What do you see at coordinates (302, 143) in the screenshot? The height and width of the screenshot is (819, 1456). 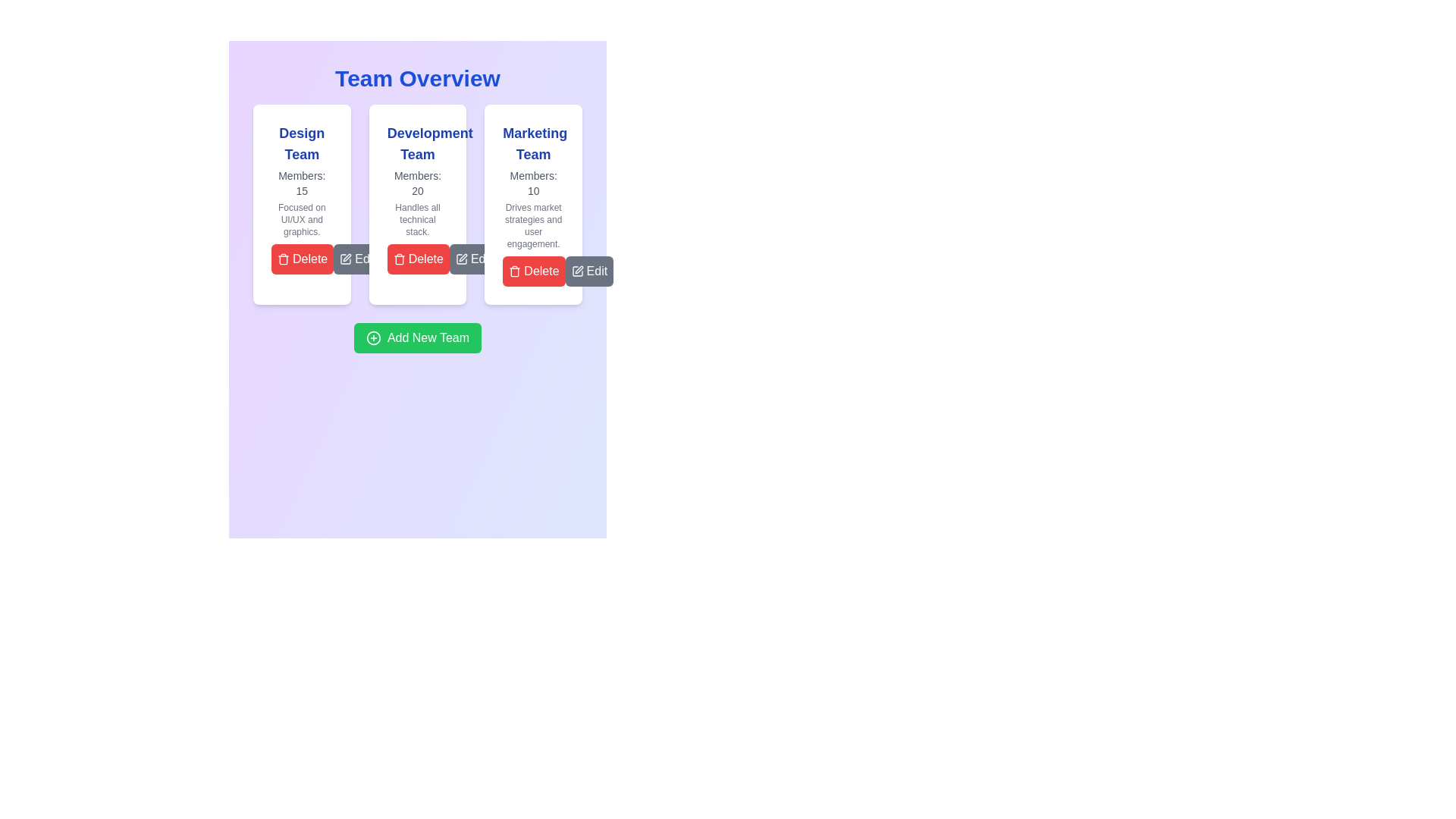 I see `the 'Design Team' heading label, which is a bold blue text label located at the top of the first team card under 'Team Overview'` at bounding box center [302, 143].